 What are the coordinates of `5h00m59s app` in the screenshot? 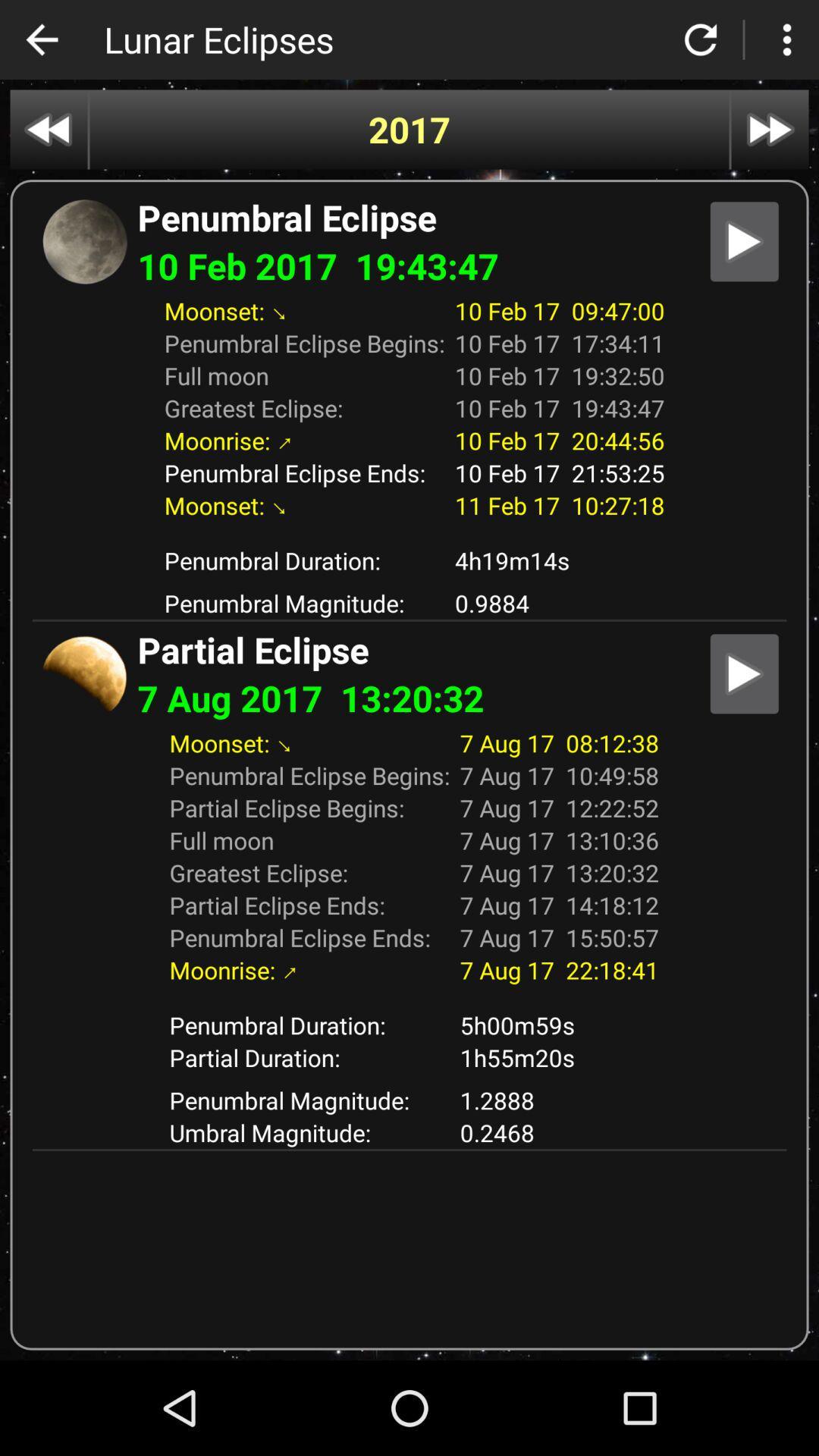 It's located at (559, 1025).